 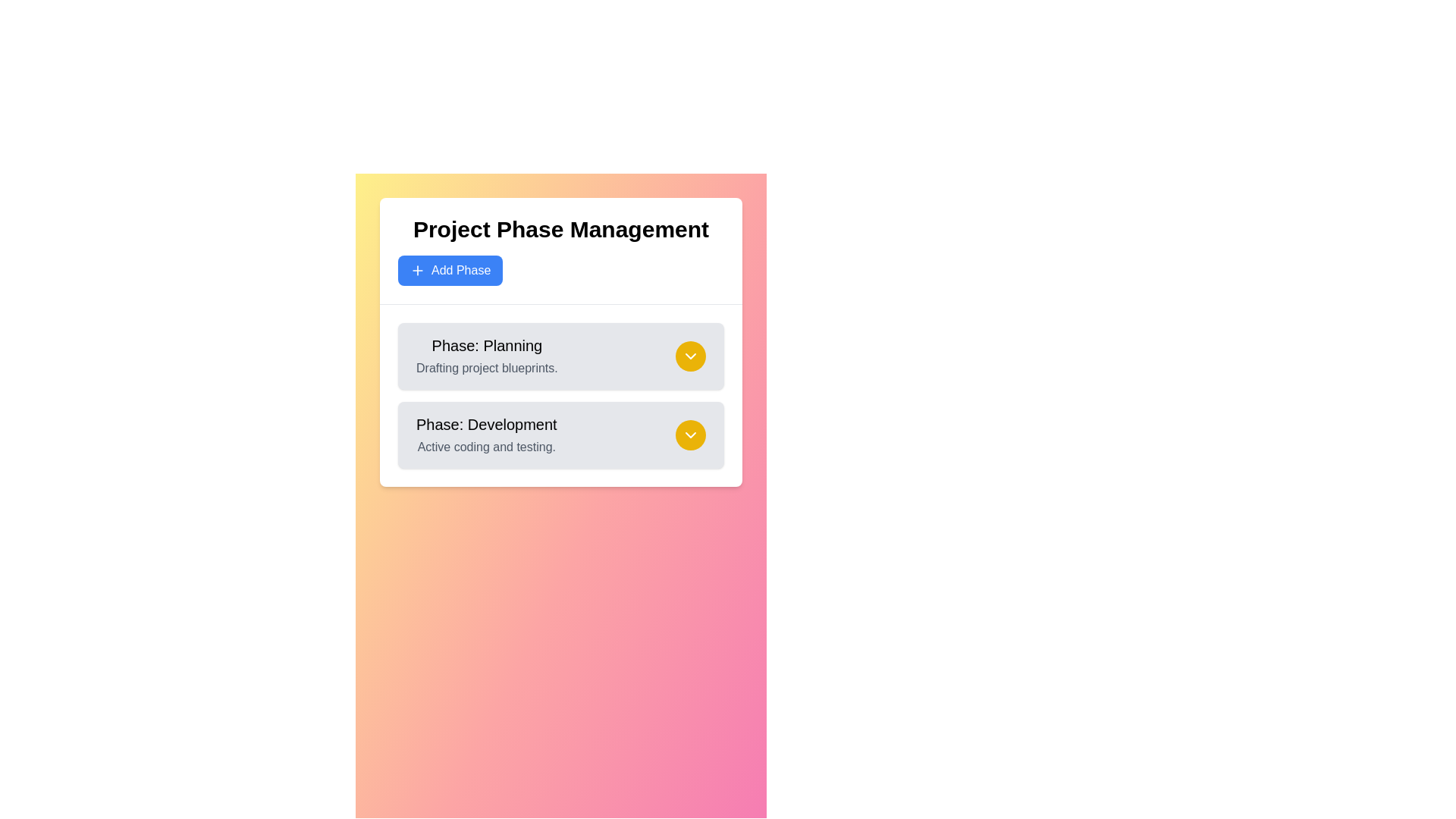 I want to click on the yellow circular button with a downward-facing chevron icon, located to the far right of the 'Phase: Planning' item, so click(x=690, y=356).